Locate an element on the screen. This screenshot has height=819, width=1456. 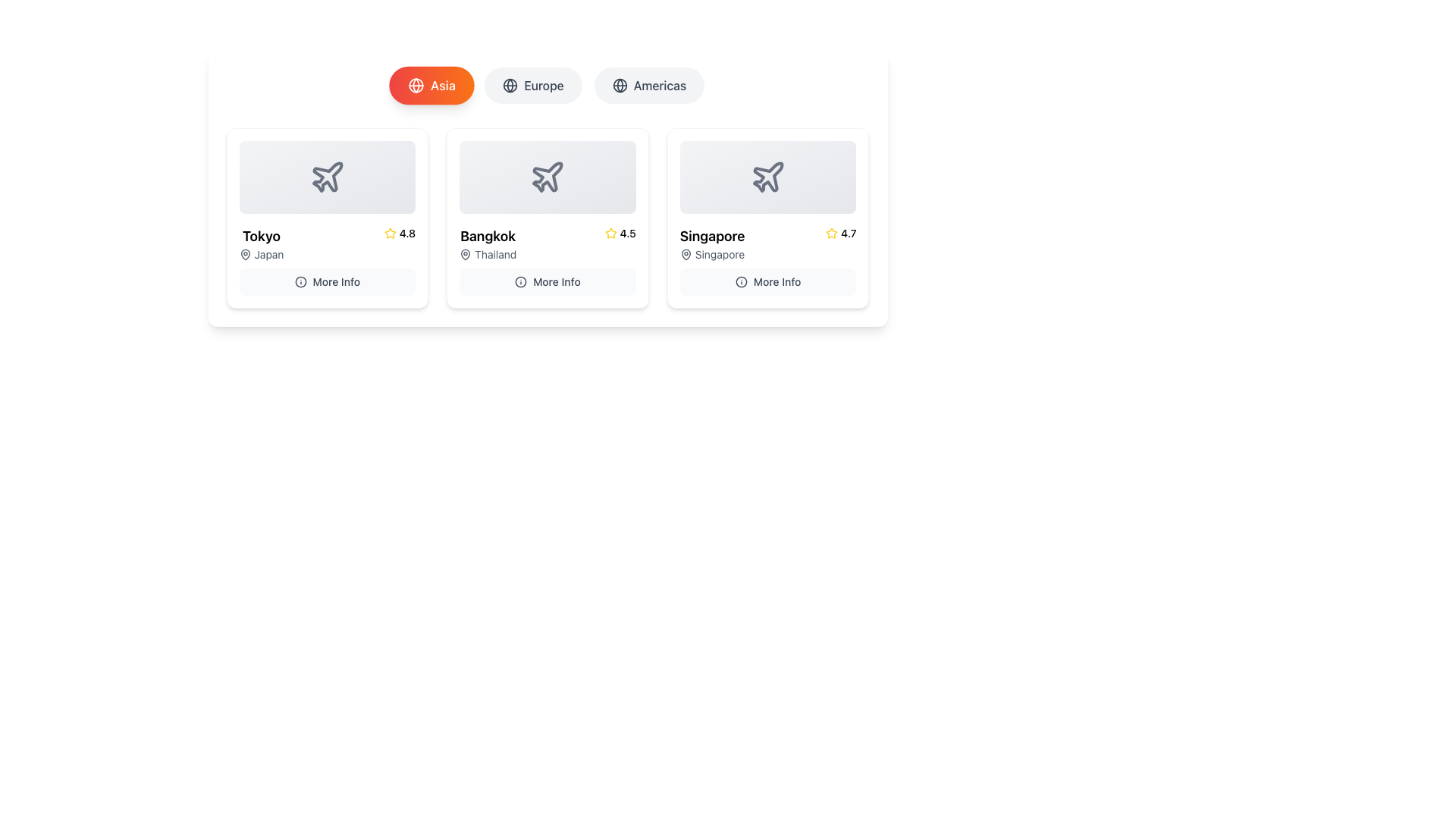
rating value visually from the star icon and the adjacent text '4.8' in the Rating indicator located in the card labeled 'Tokyo' at the top-right corner is located at coordinates (400, 234).